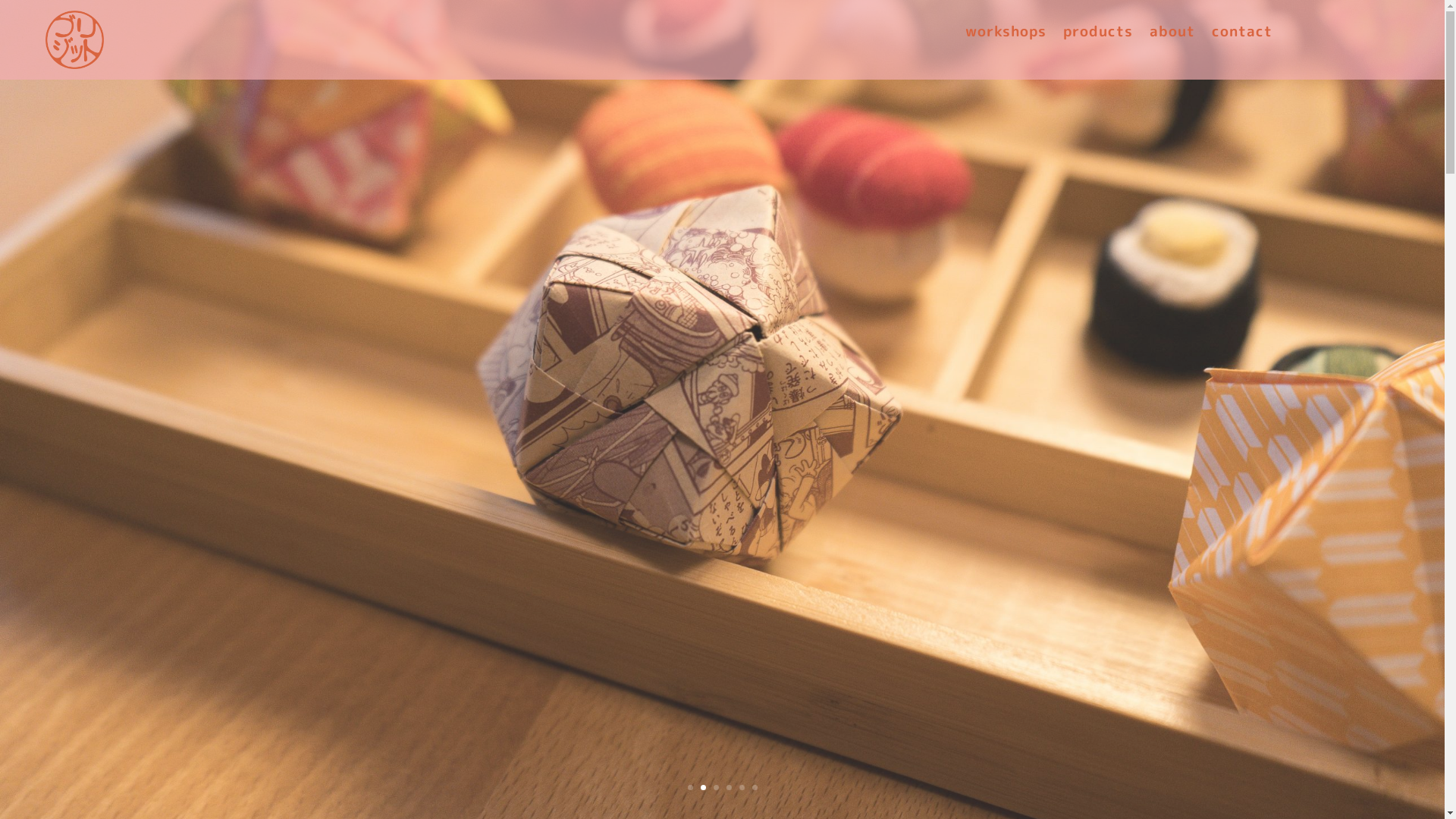  I want to click on '5', so click(739, 786).